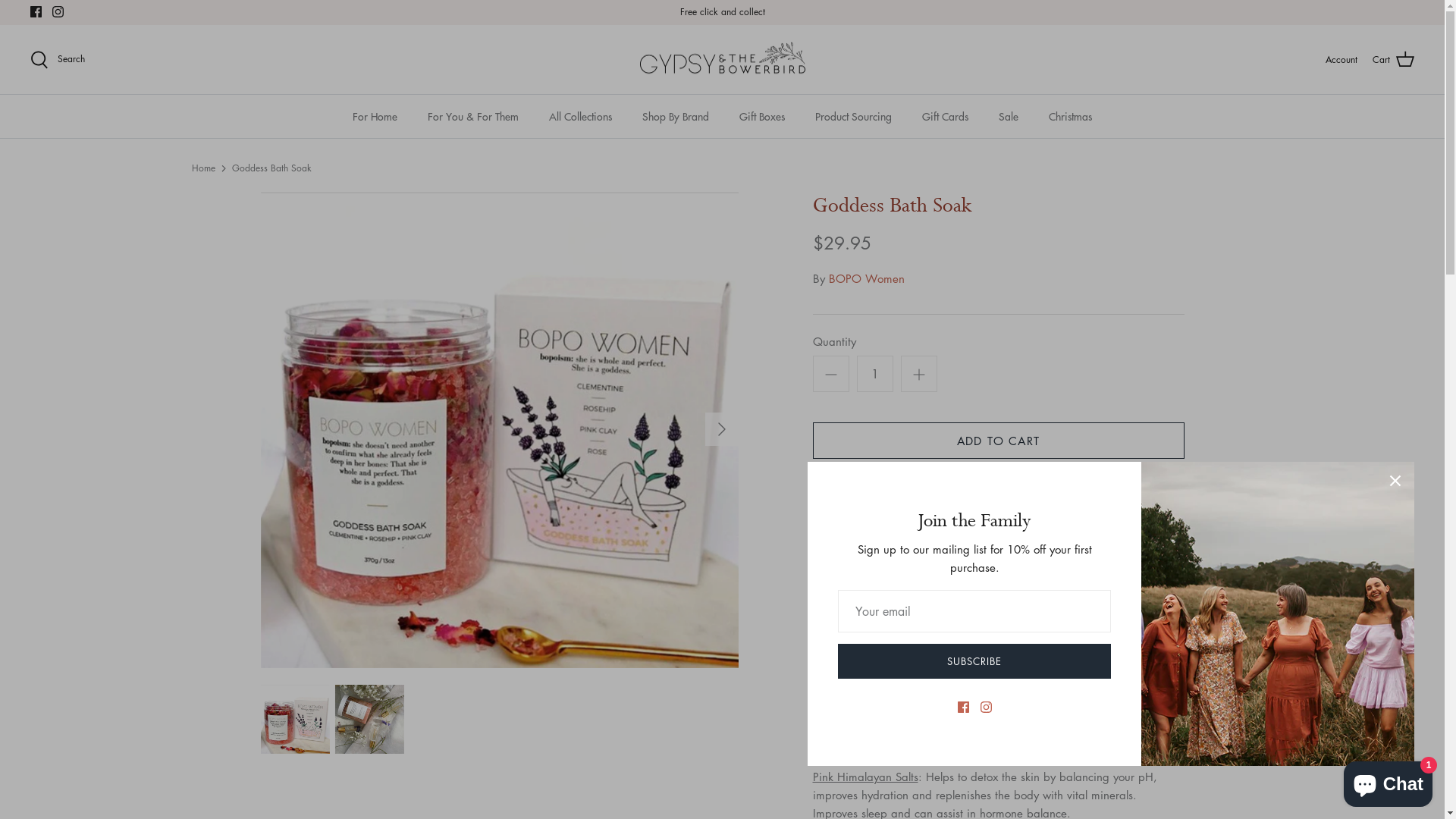 The height and width of the screenshot is (819, 1456). I want to click on 'BOPO Women', so click(827, 278).